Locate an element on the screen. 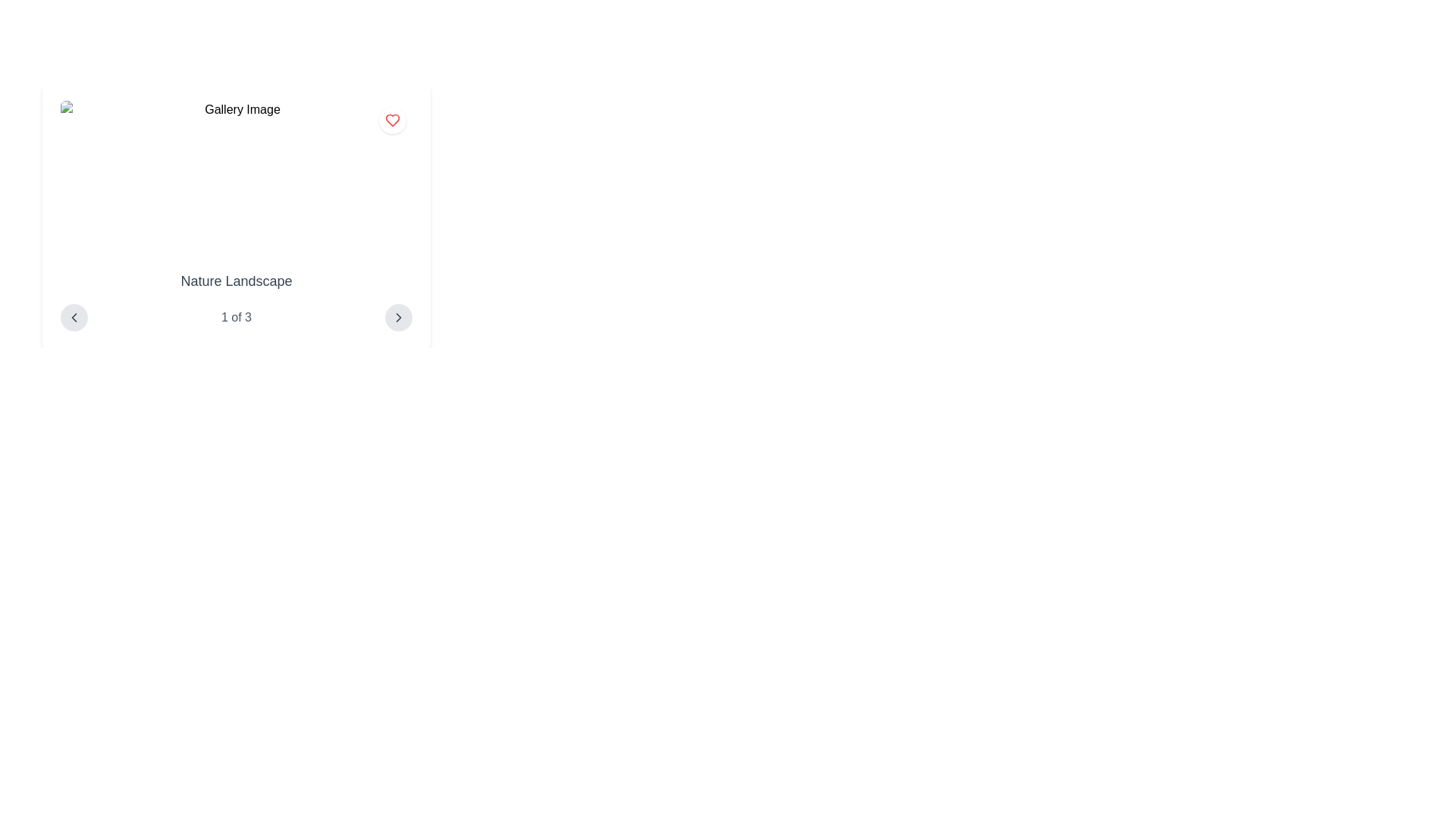 Image resolution: width=1456 pixels, height=819 pixels. the left navigation chevron icon located within a circular button in the bottom-left corner of the card is located at coordinates (73, 317).